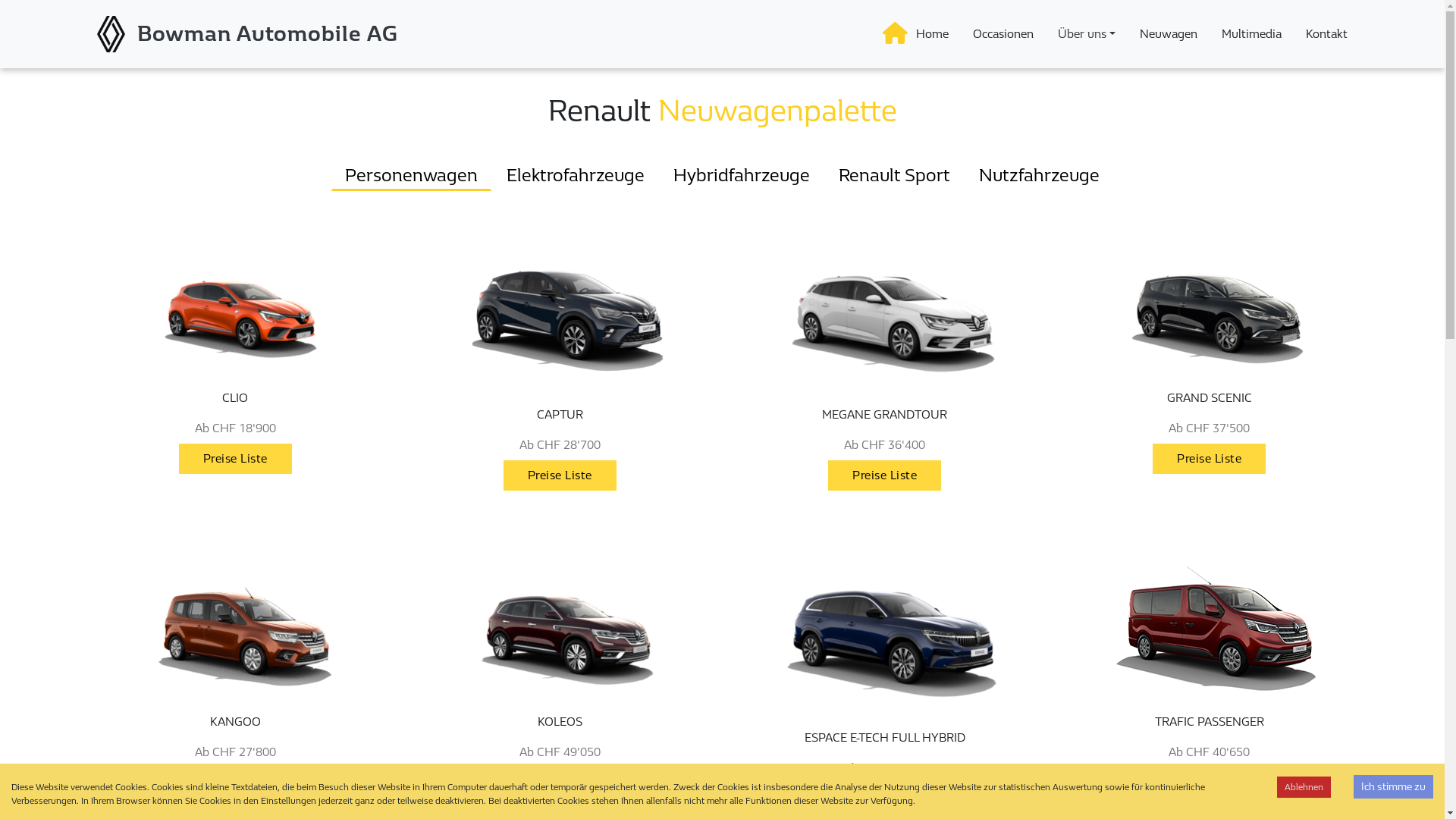  Describe the element at coordinates (268, 34) in the screenshot. I see `'Bowman Automobile AG'` at that location.